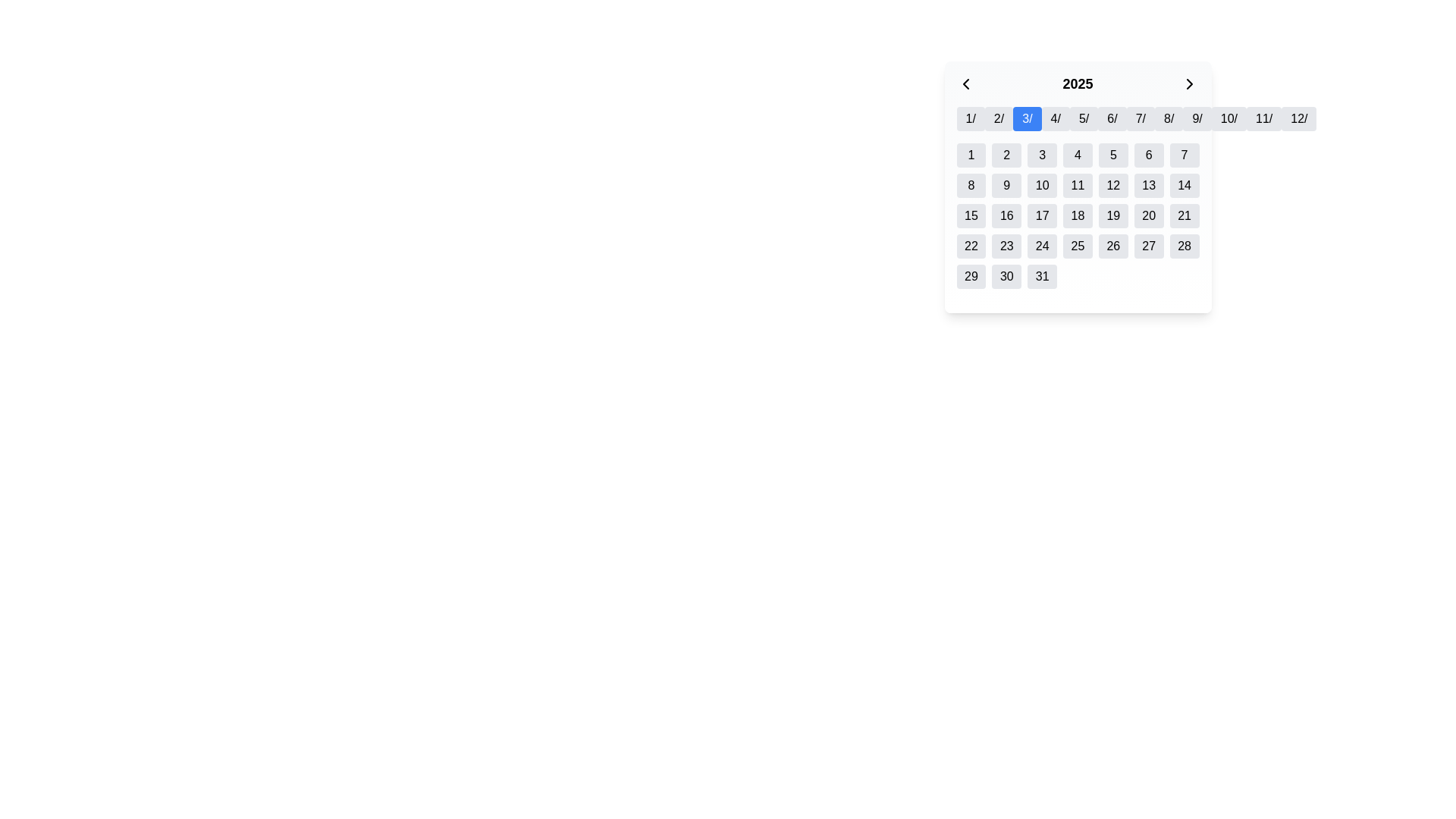 The image size is (1456, 819). What do you see at coordinates (1112, 118) in the screenshot?
I see `the button` at bounding box center [1112, 118].